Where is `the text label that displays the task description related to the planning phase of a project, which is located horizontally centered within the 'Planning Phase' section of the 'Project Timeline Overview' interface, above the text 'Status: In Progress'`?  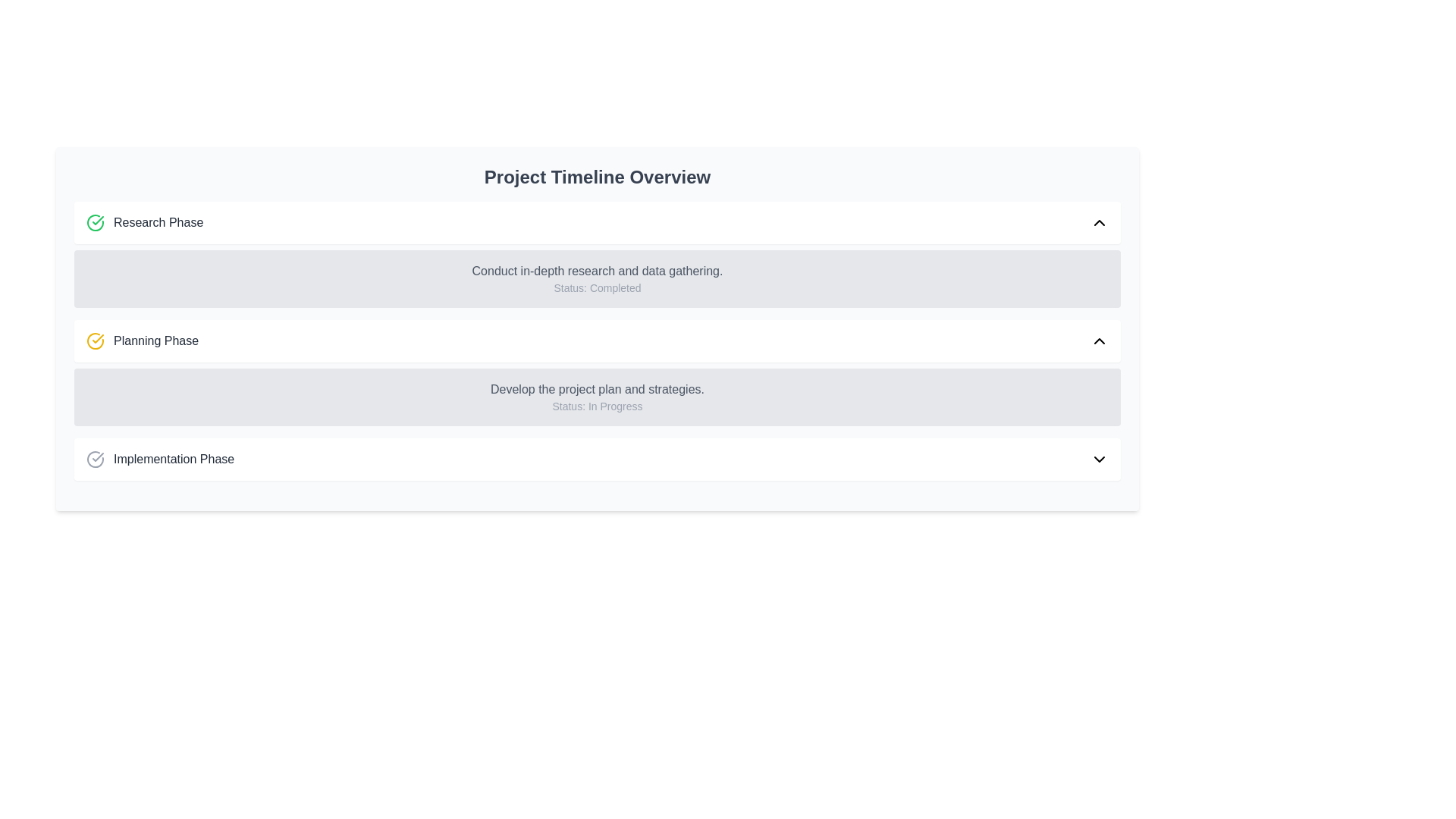 the text label that displays the task description related to the planning phase of a project, which is located horizontally centered within the 'Planning Phase' section of the 'Project Timeline Overview' interface, above the text 'Status: In Progress' is located at coordinates (596, 388).